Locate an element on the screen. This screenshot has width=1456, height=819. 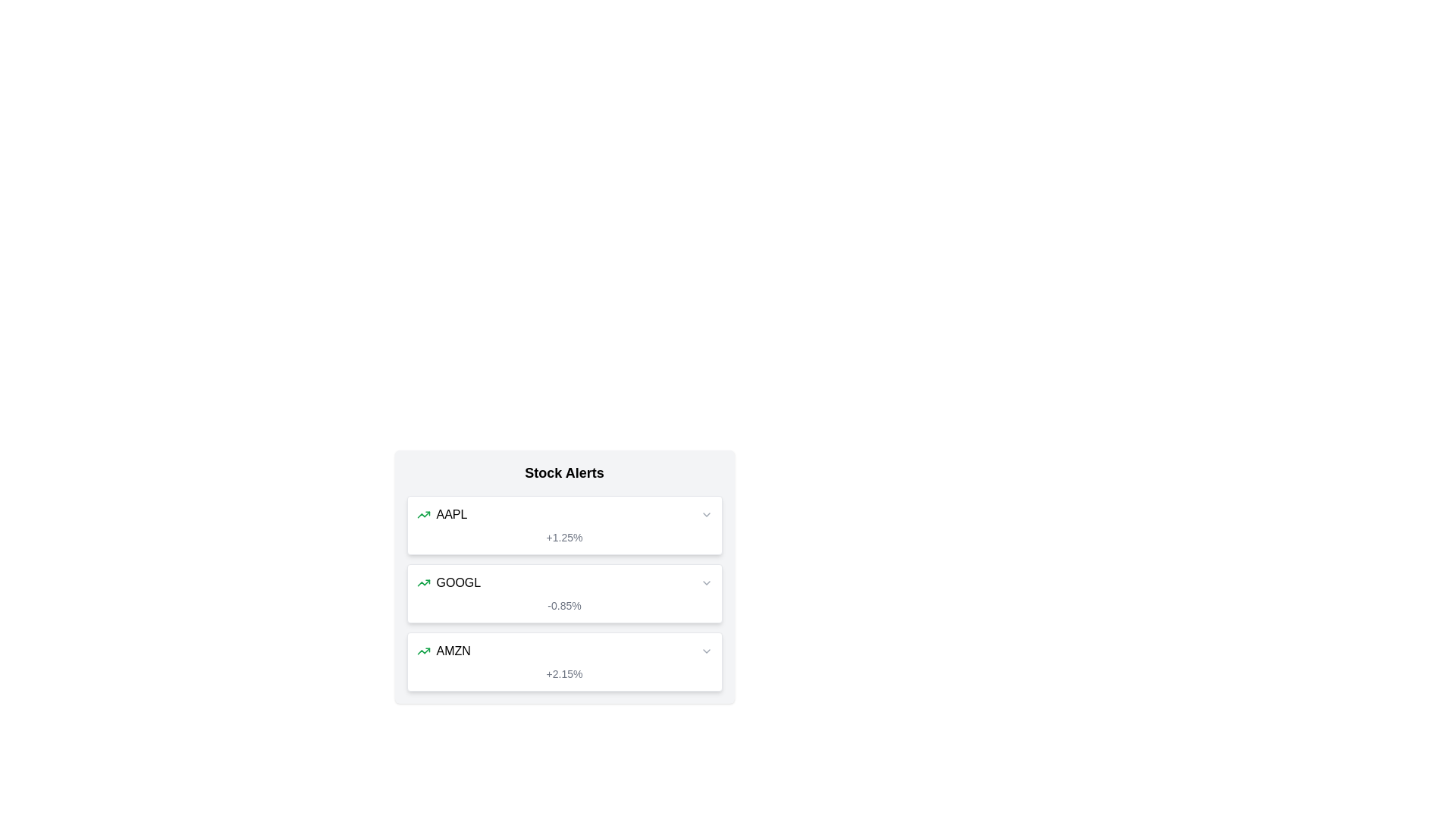
the upward trend icon within the AMZN stock card, which is the third item in a vertical list of stock cards, featuring a white background and rounded corners is located at coordinates (563, 661).